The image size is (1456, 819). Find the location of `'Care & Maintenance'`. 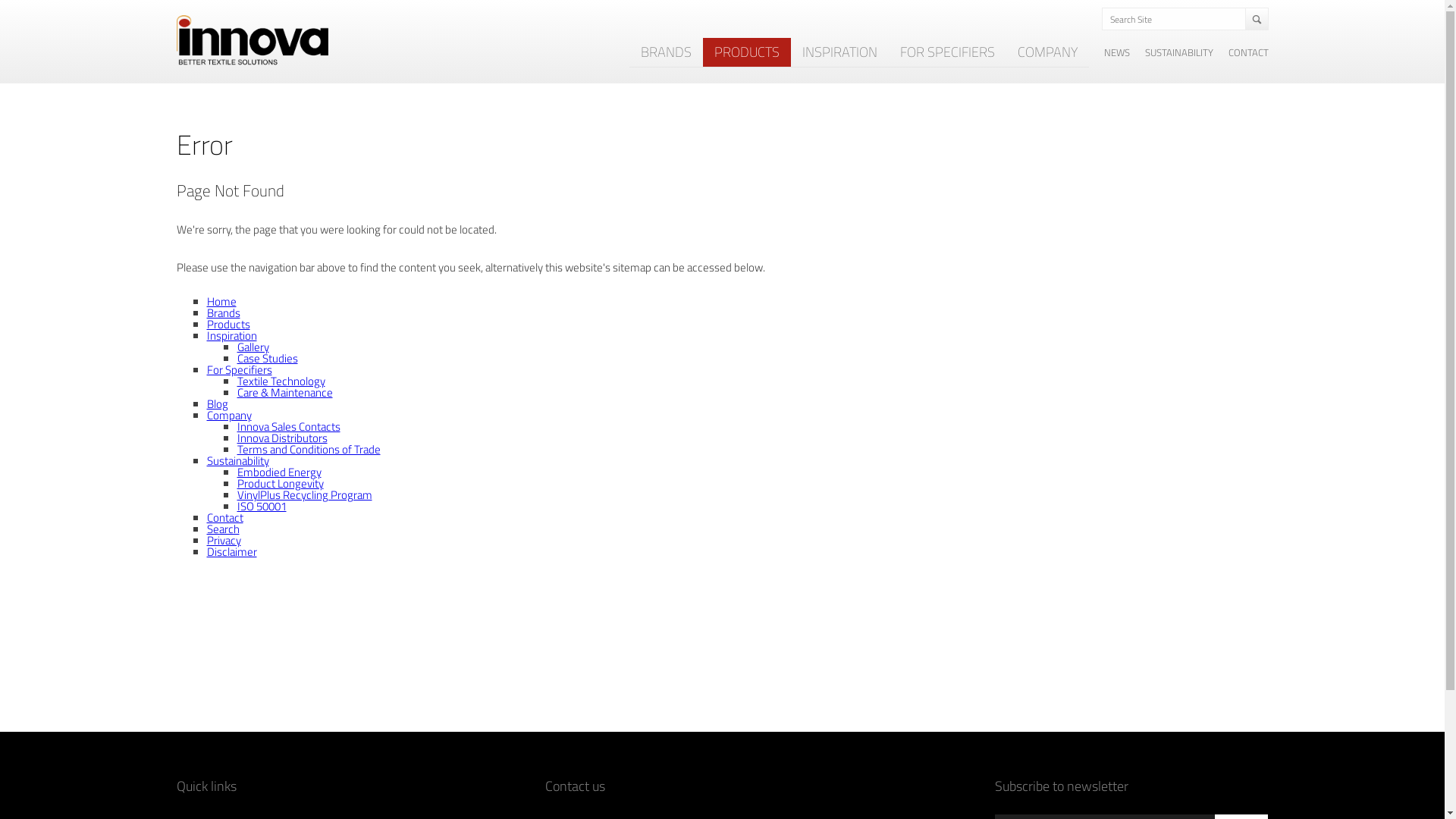

'Care & Maintenance' is located at coordinates (284, 391).